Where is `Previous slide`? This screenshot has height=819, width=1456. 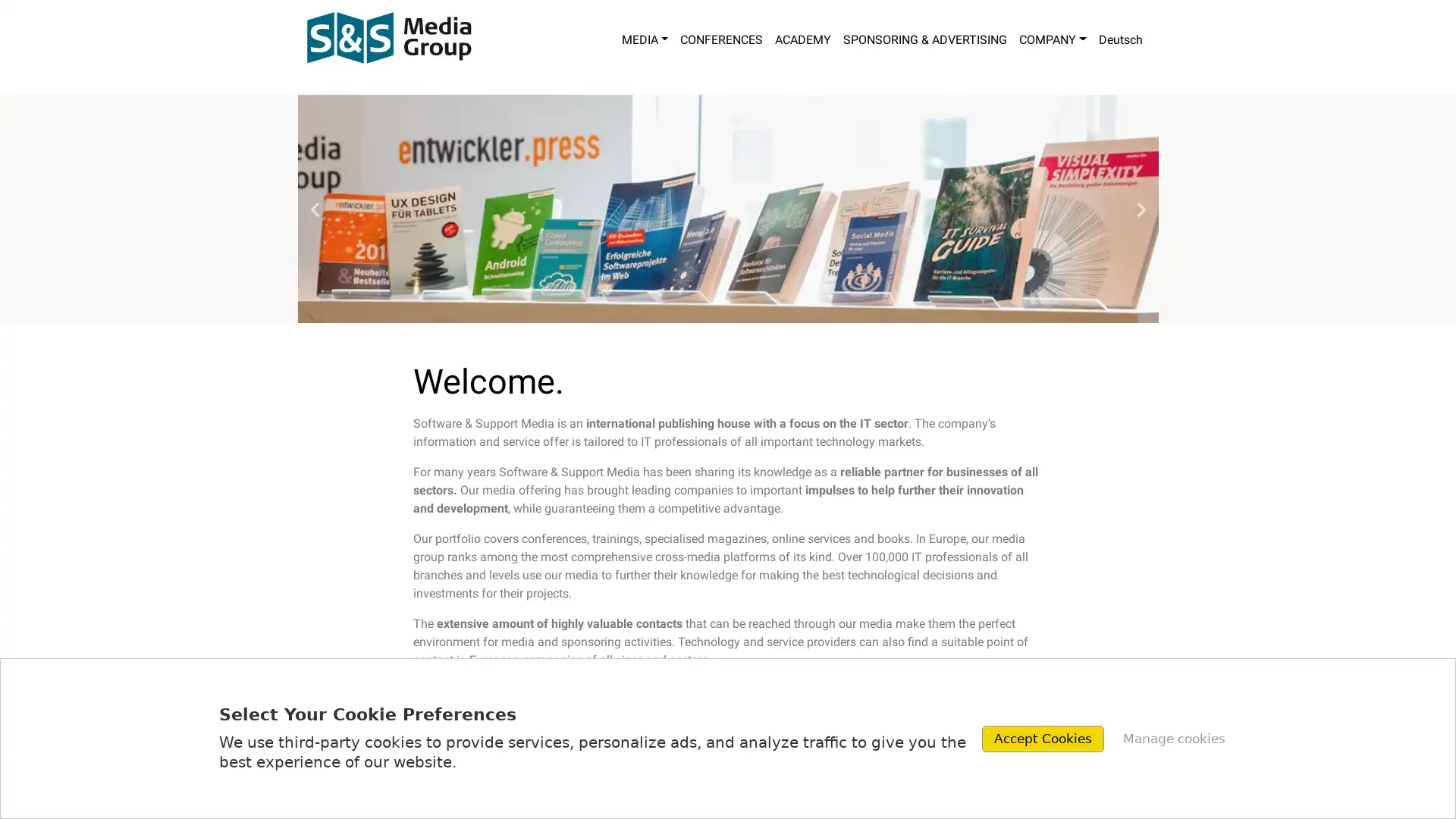
Previous slide is located at coordinates (313, 209).